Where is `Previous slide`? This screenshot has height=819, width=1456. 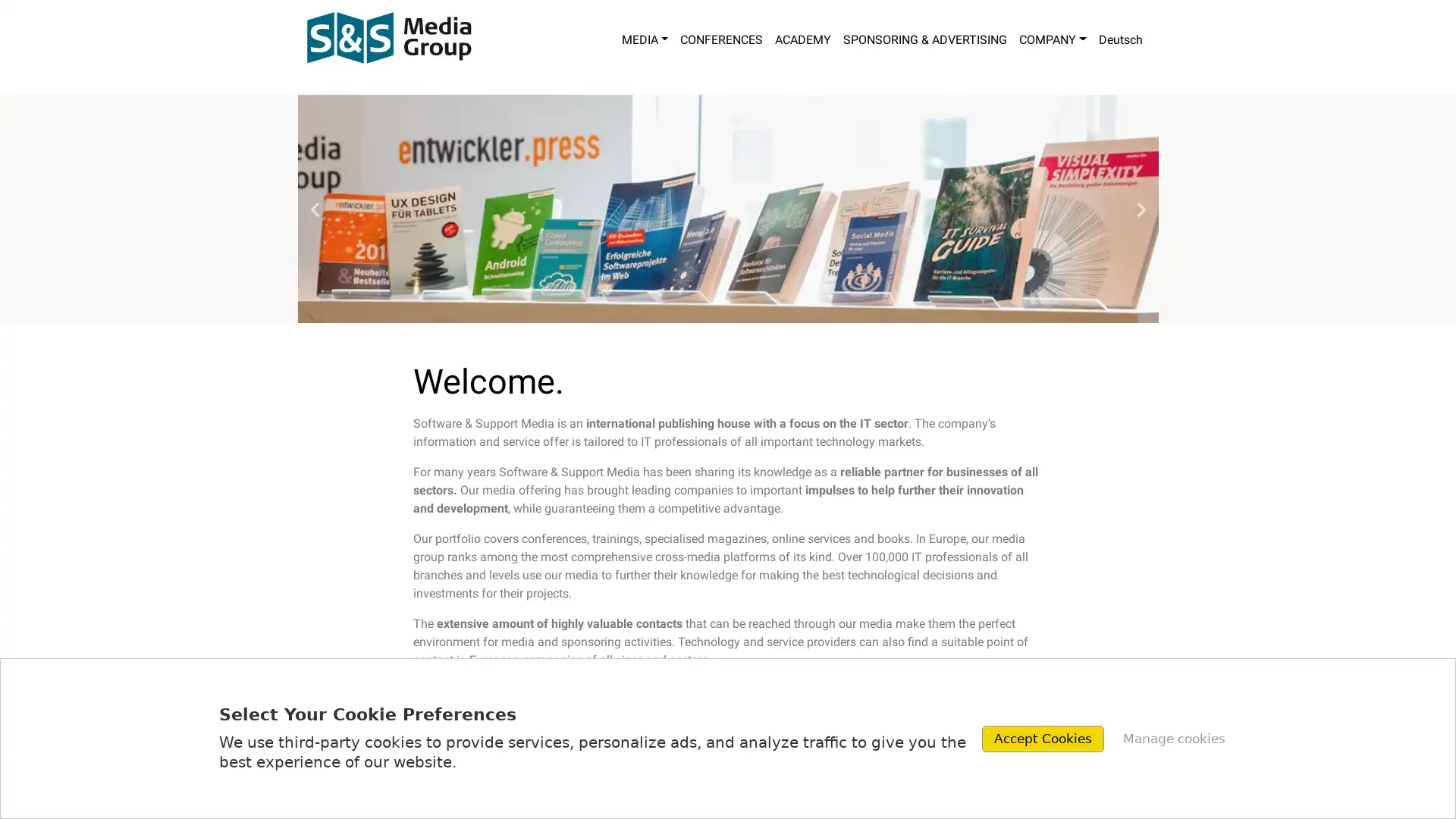
Previous slide is located at coordinates (313, 209).